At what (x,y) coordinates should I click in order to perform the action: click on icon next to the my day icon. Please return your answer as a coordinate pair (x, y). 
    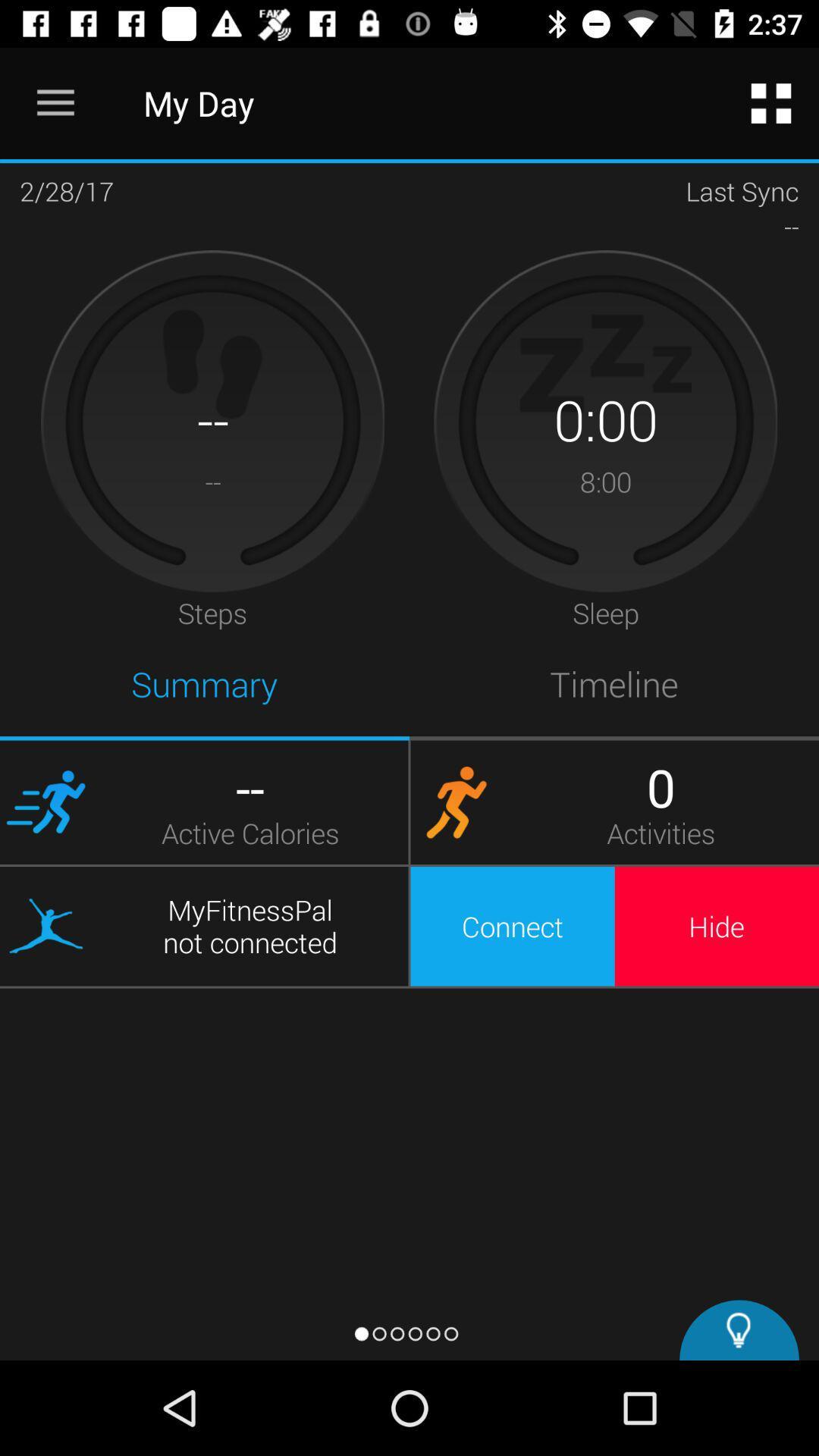
    Looking at the image, I should click on (55, 102).